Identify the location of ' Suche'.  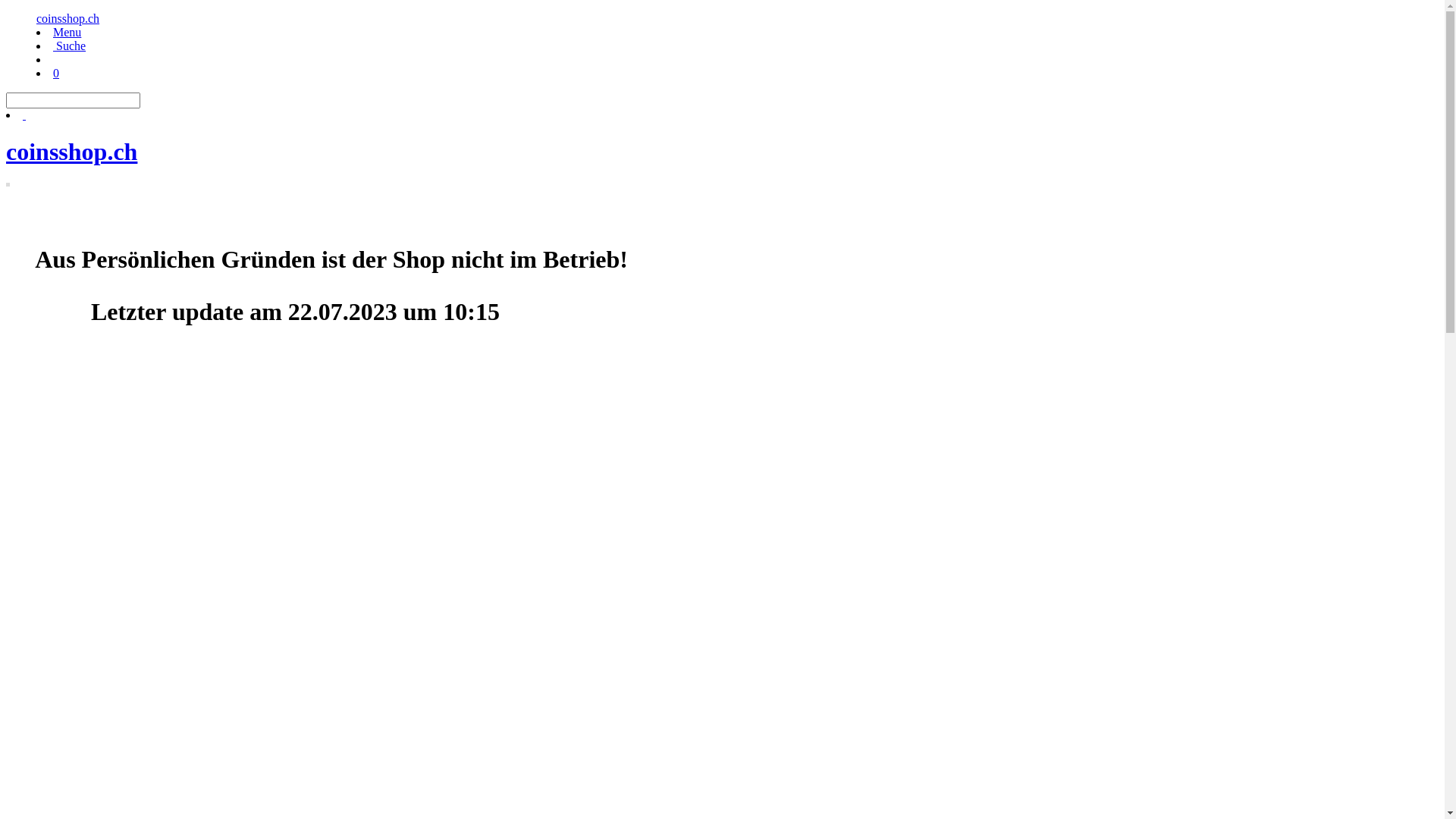
(68, 45).